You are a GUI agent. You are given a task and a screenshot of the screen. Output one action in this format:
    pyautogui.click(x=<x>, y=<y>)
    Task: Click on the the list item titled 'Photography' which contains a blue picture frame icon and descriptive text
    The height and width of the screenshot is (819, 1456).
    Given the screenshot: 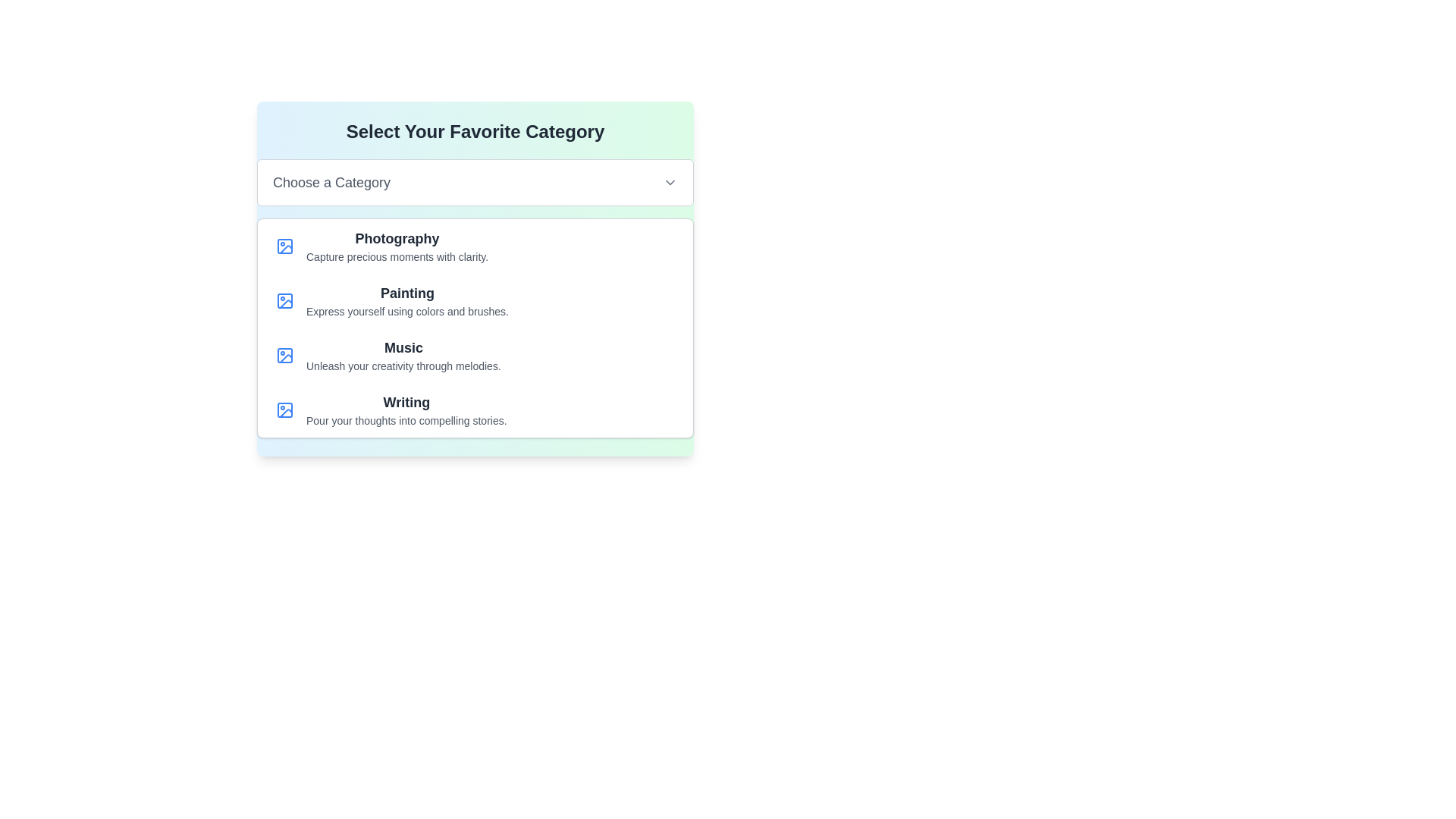 What is the action you would take?
    pyautogui.click(x=475, y=245)
    